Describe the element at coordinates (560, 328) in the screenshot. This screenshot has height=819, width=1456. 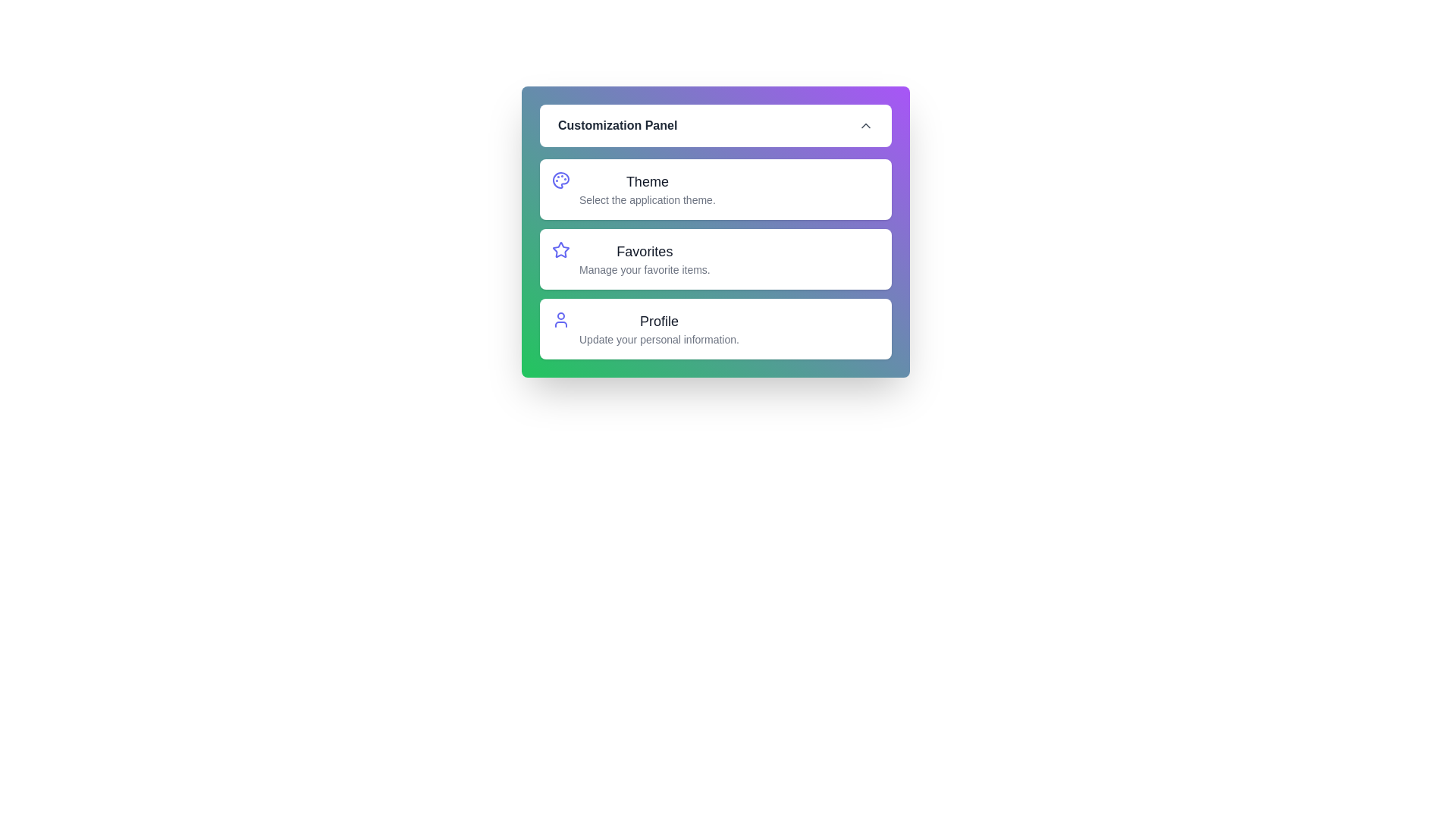
I see `the Profile option from the customization panel` at that location.